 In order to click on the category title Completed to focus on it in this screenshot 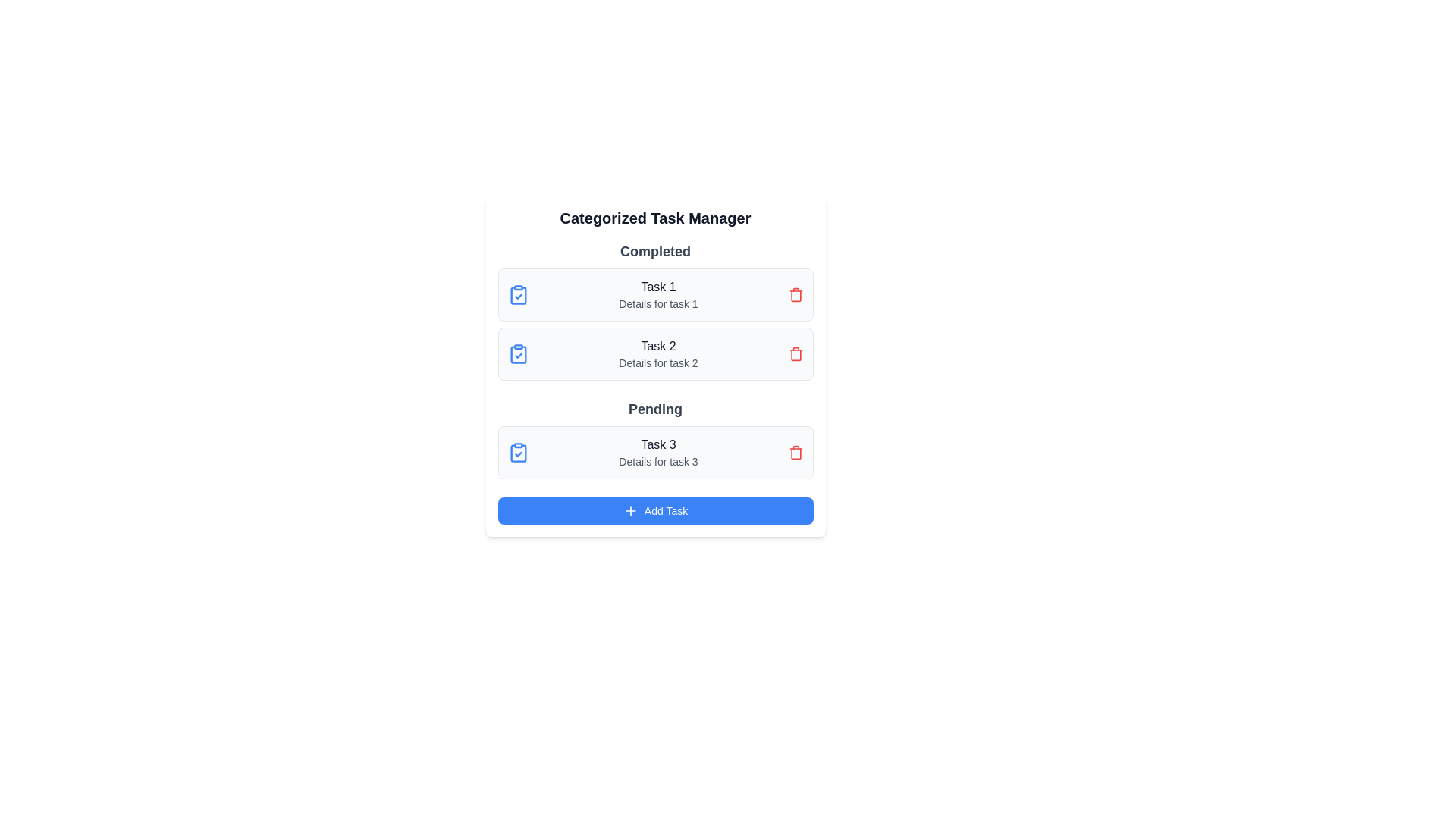, I will do `click(655, 250)`.